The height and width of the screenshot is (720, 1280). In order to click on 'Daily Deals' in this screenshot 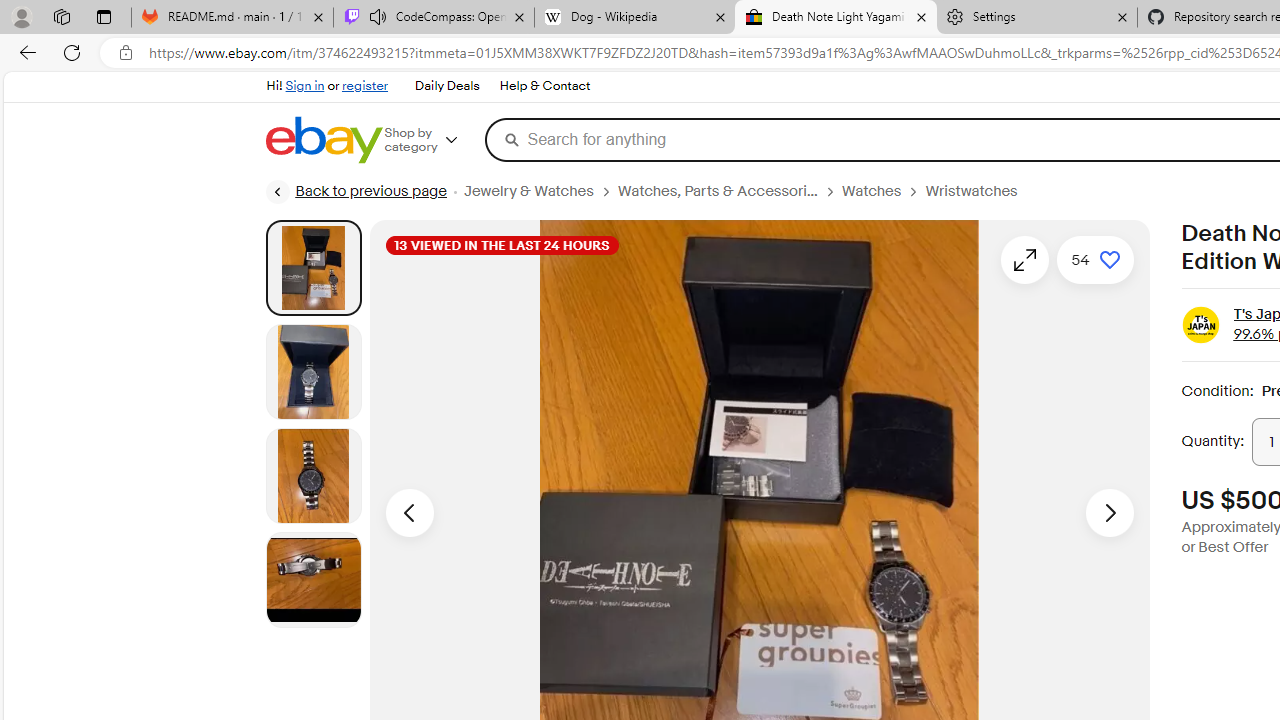, I will do `click(445, 85)`.